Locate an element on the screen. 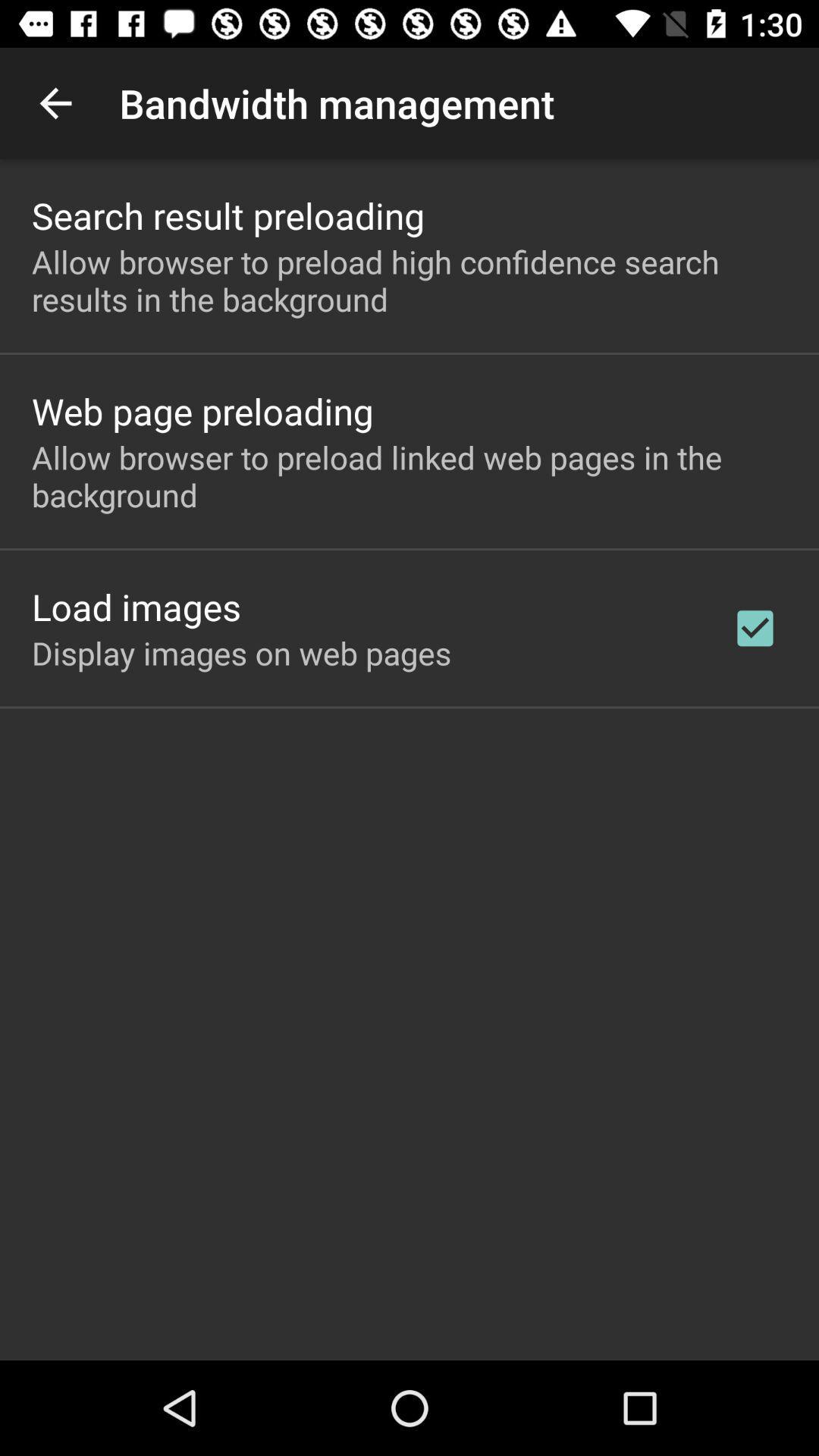  the app to the left of the bandwidth management icon is located at coordinates (55, 102).